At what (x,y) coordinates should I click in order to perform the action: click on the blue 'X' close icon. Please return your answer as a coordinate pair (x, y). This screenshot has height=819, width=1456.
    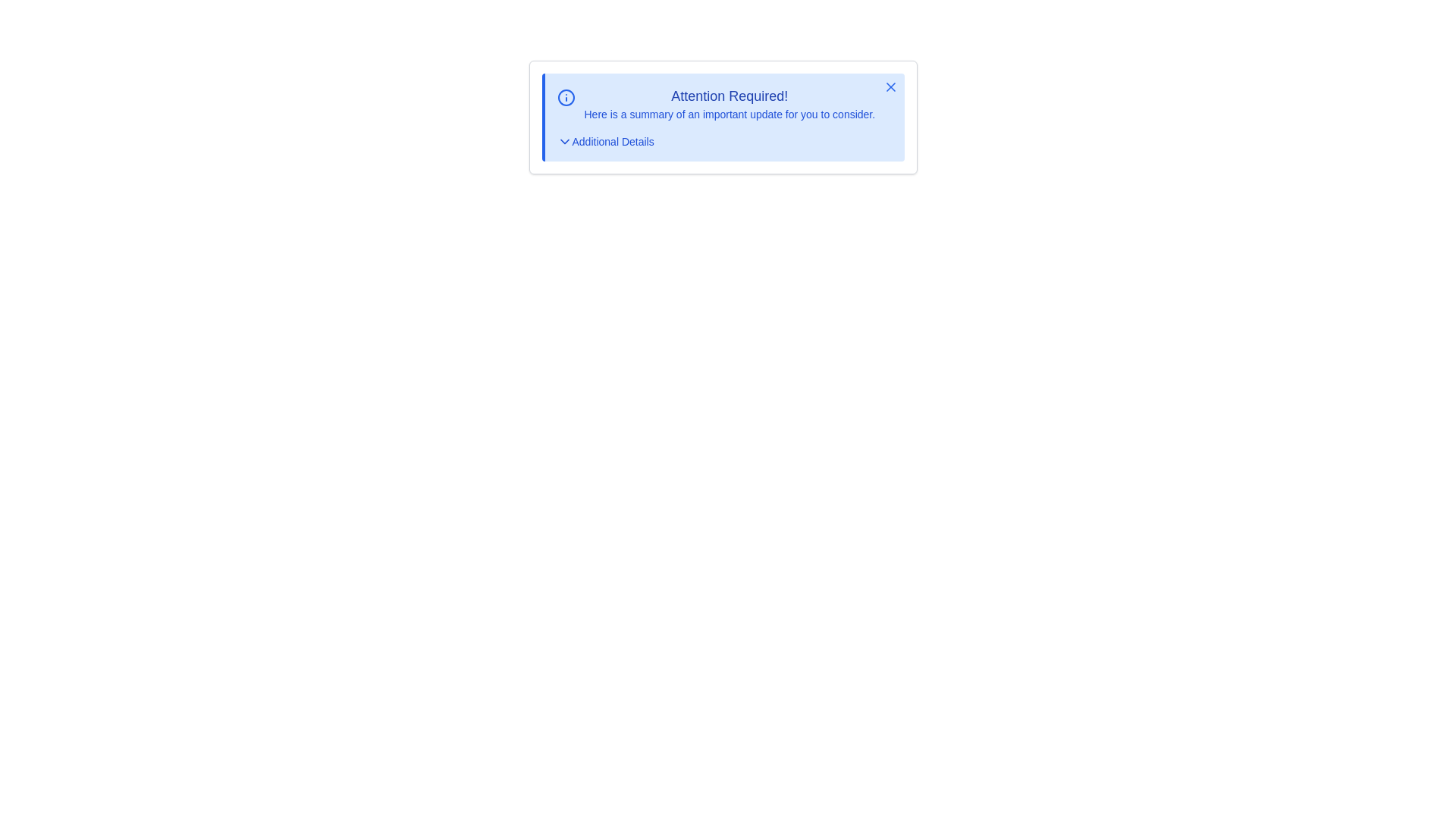
    Looking at the image, I should click on (890, 87).